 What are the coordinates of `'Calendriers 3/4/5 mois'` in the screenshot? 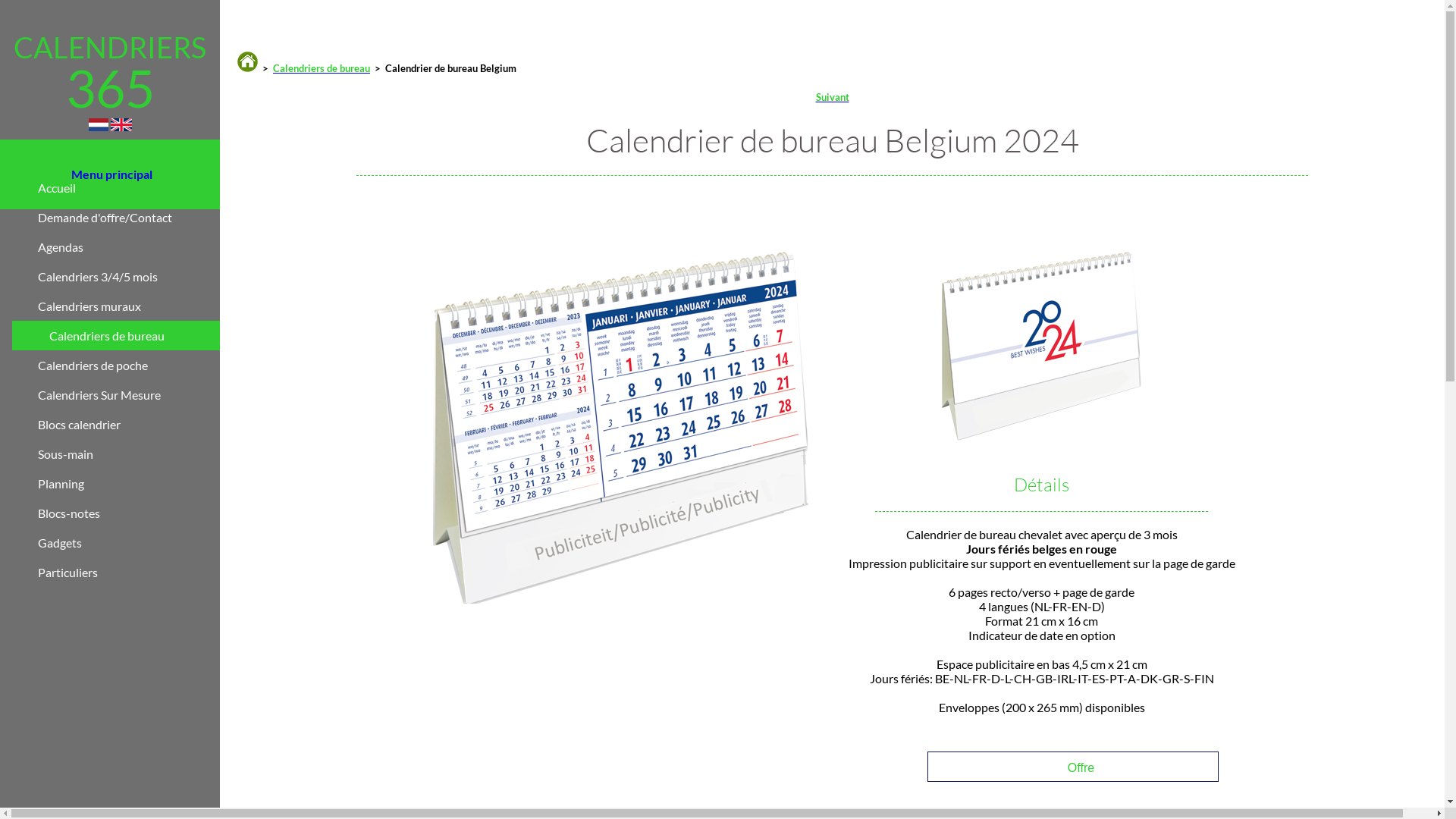 It's located at (128, 276).